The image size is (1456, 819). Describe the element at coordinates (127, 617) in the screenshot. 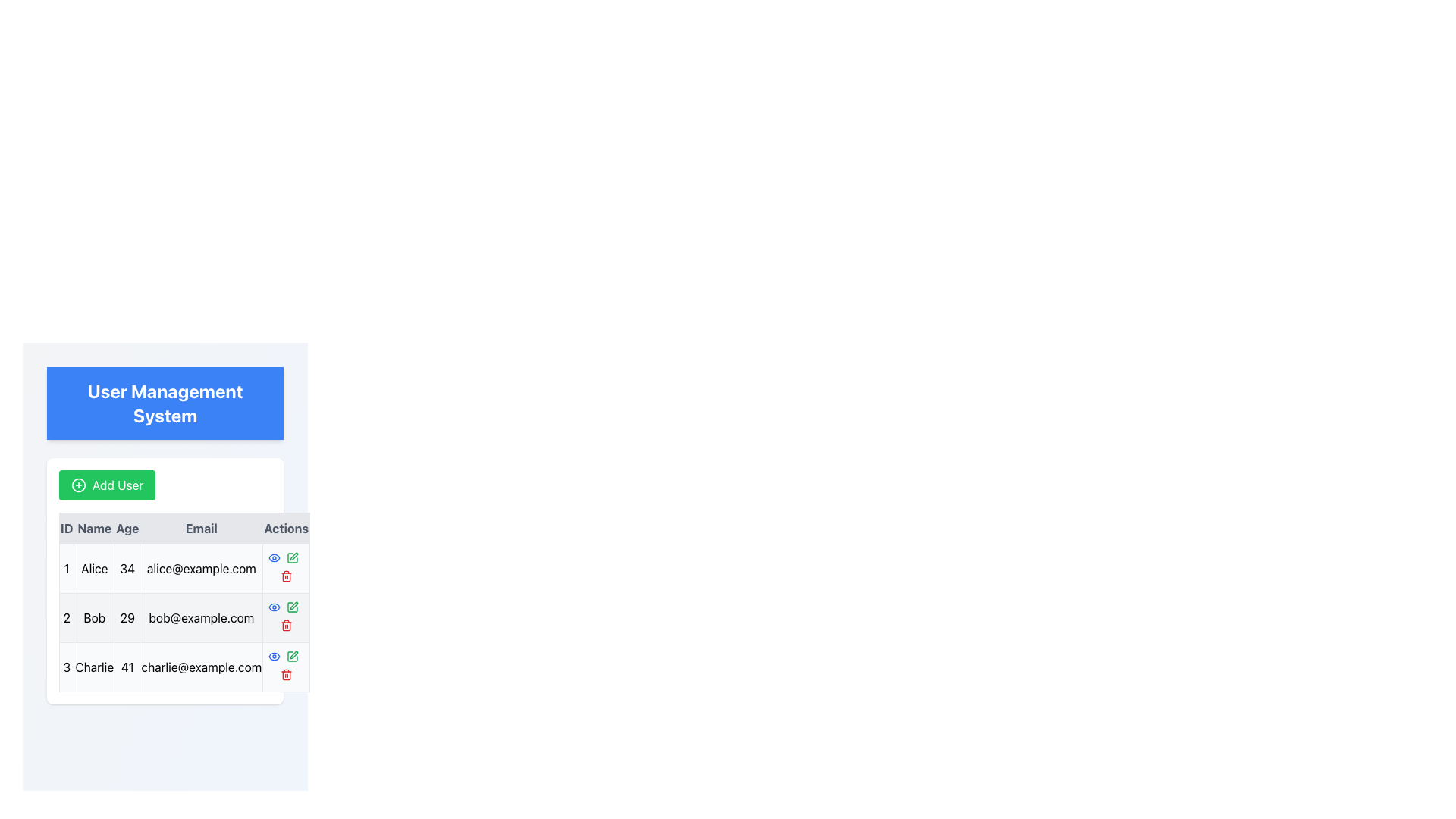

I see `the table cell displaying the age '29' for the individual named 'Bob' in the second row of the table` at that location.